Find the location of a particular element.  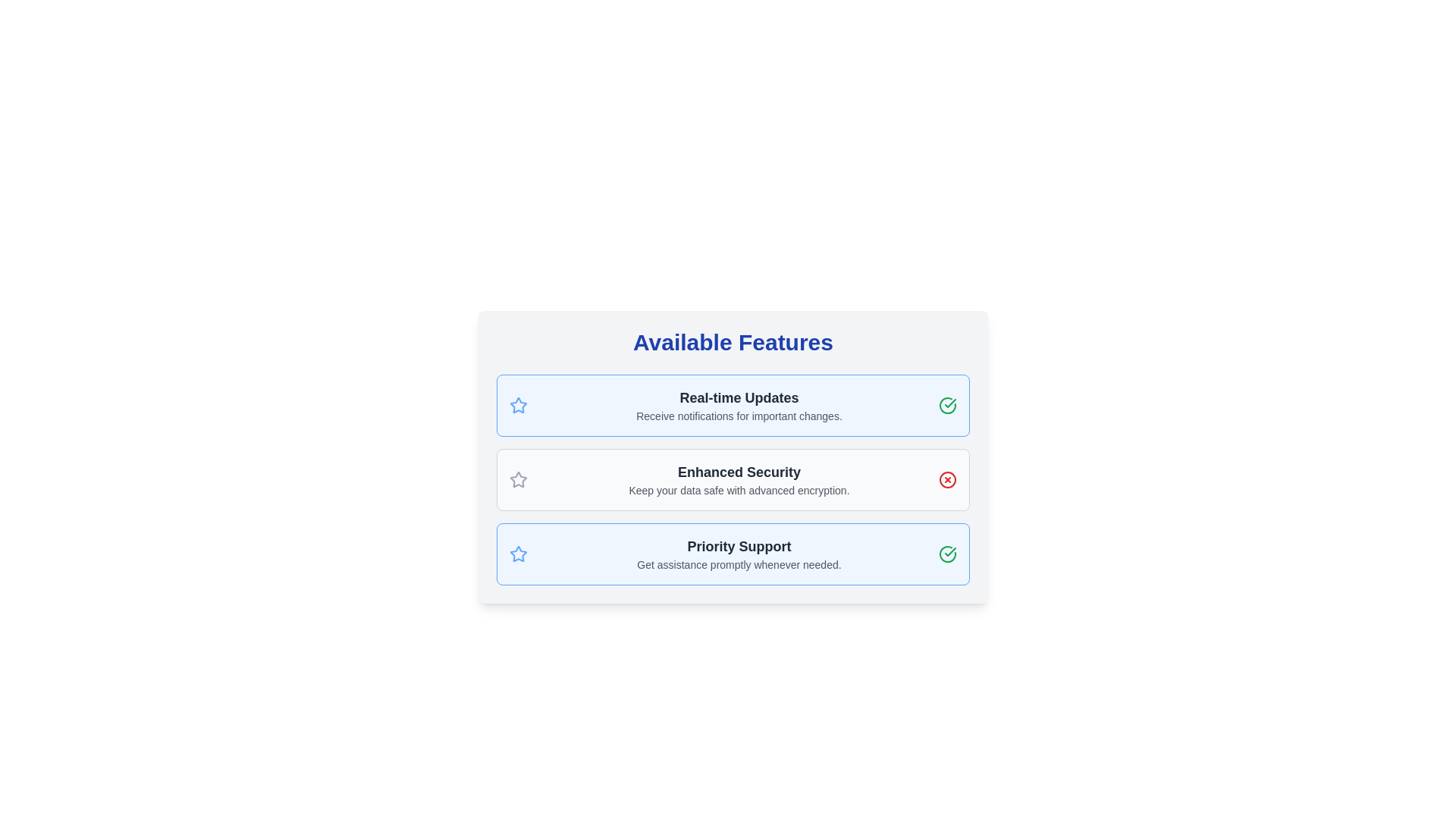

the Informational Section titled 'Priority Support', which has a blue border, a blue star icon on the left, a bold title in the center, and a green checkmark icon on the right is located at coordinates (733, 554).